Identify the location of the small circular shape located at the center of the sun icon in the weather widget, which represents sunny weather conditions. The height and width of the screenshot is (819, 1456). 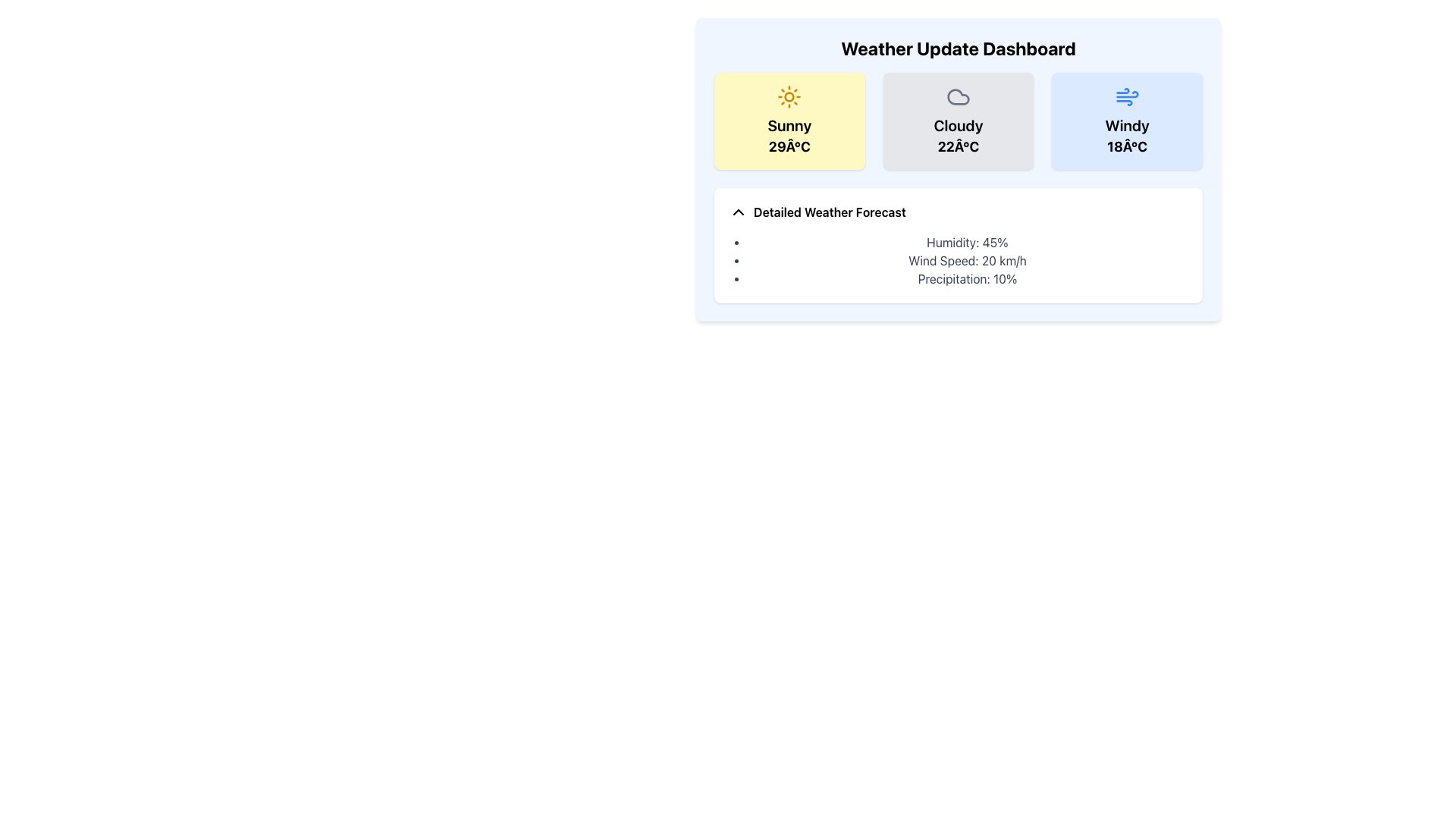
(789, 96).